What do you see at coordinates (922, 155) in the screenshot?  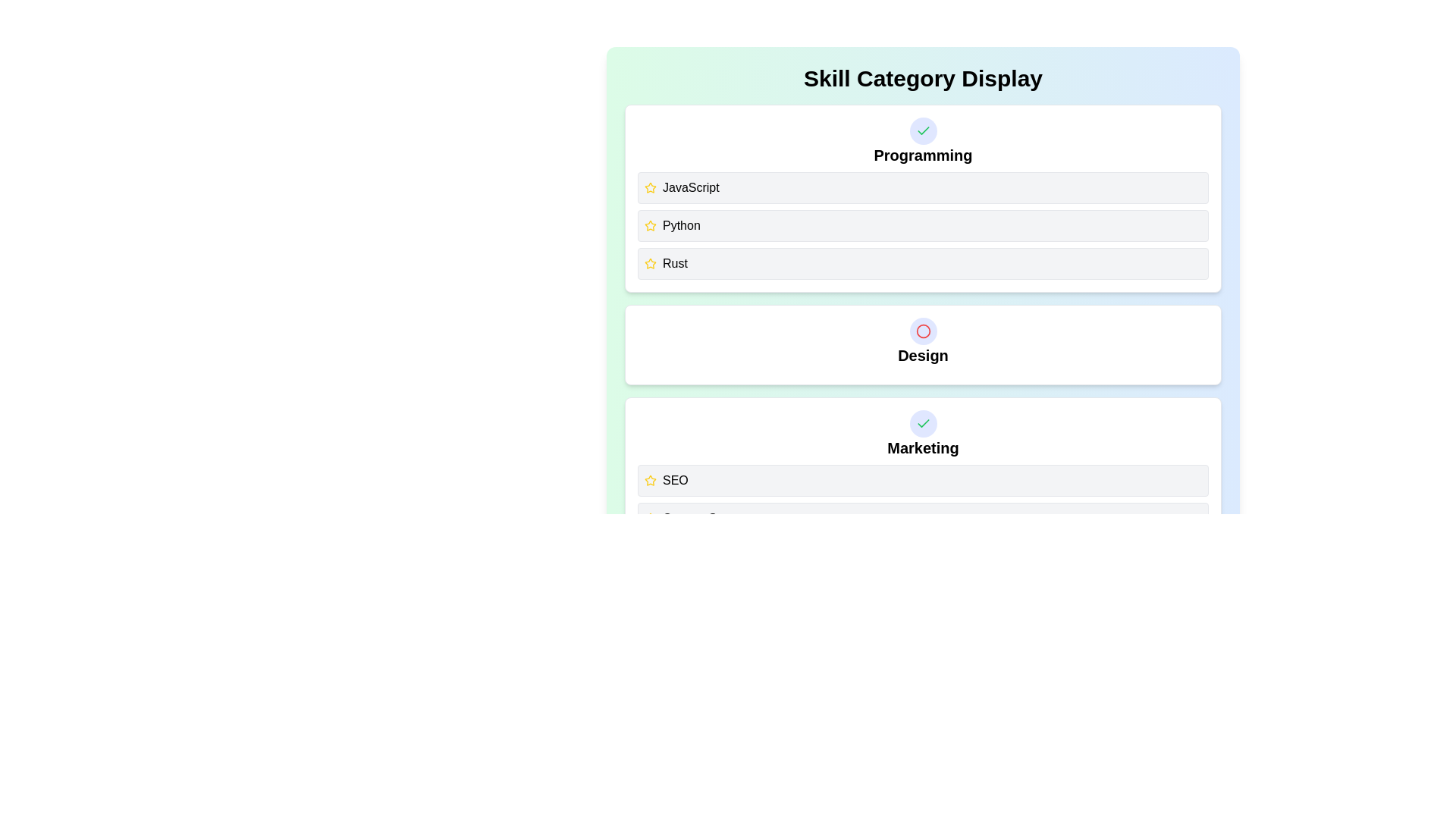 I see `the text of the category Programming` at bounding box center [922, 155].